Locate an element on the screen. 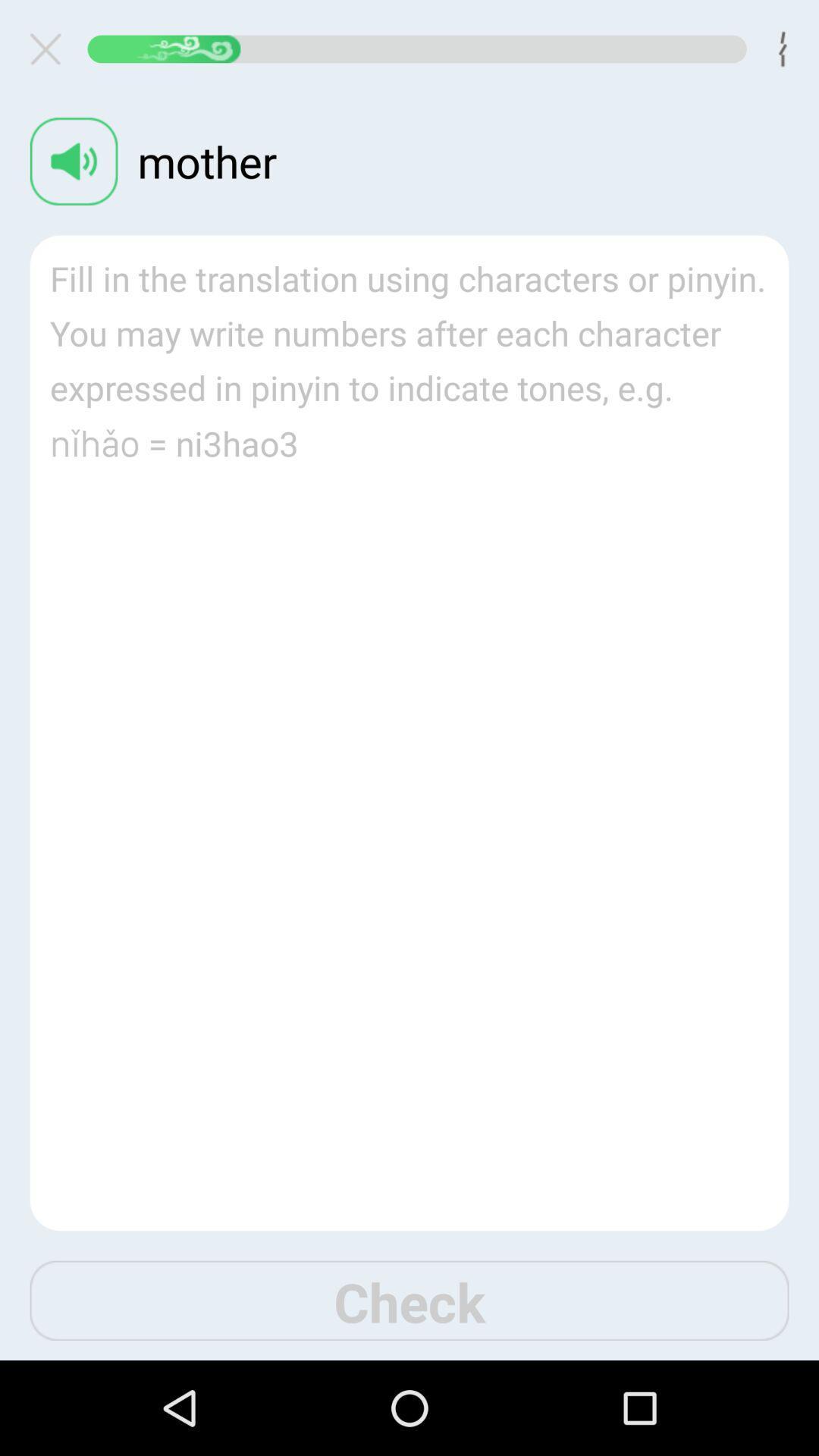 The image size is (819, 1456). volume button is located at coordinates (74, 161).